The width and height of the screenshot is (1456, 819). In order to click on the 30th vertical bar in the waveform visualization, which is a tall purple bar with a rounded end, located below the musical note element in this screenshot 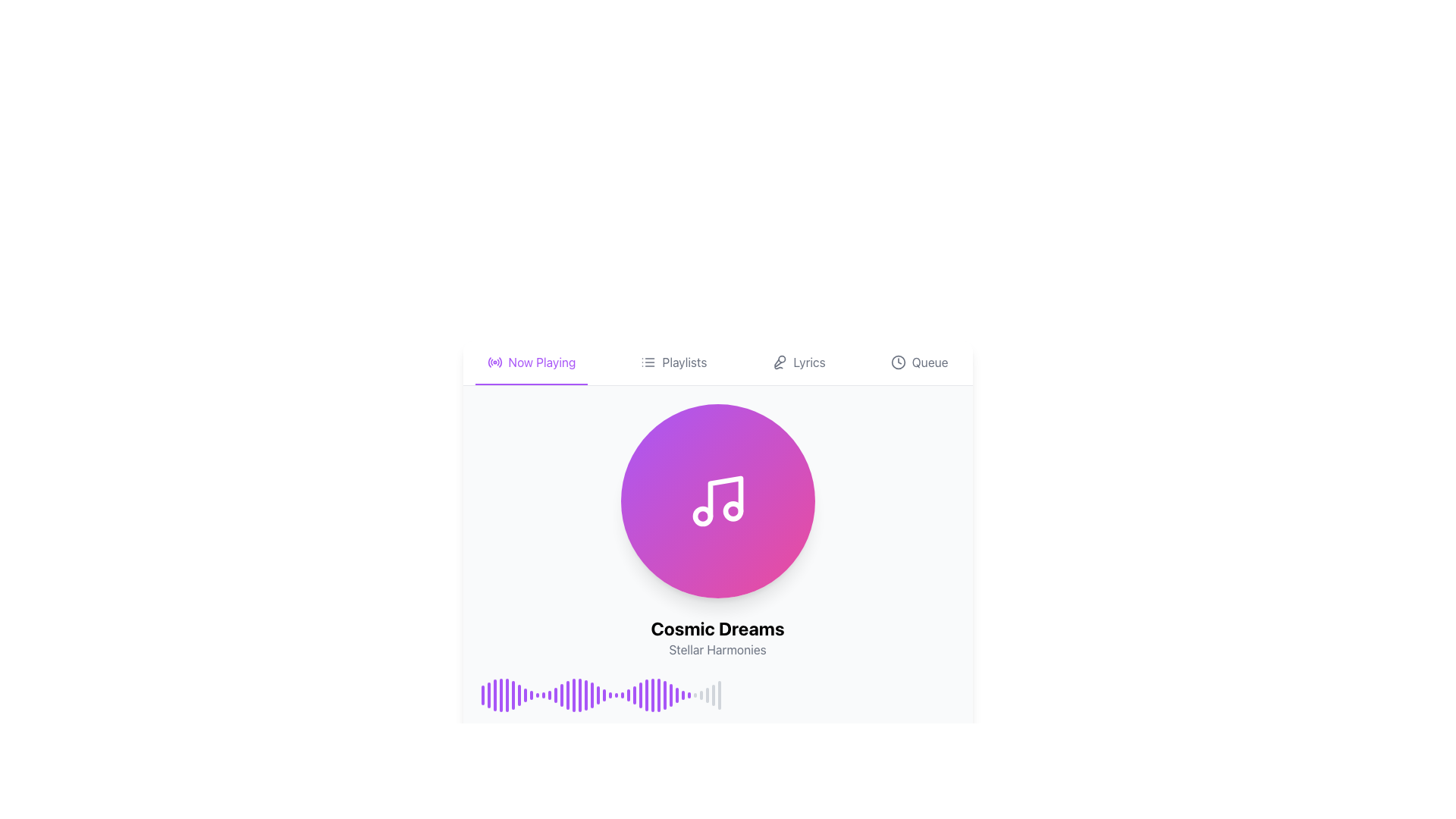, I will do `click(664, 695)`.